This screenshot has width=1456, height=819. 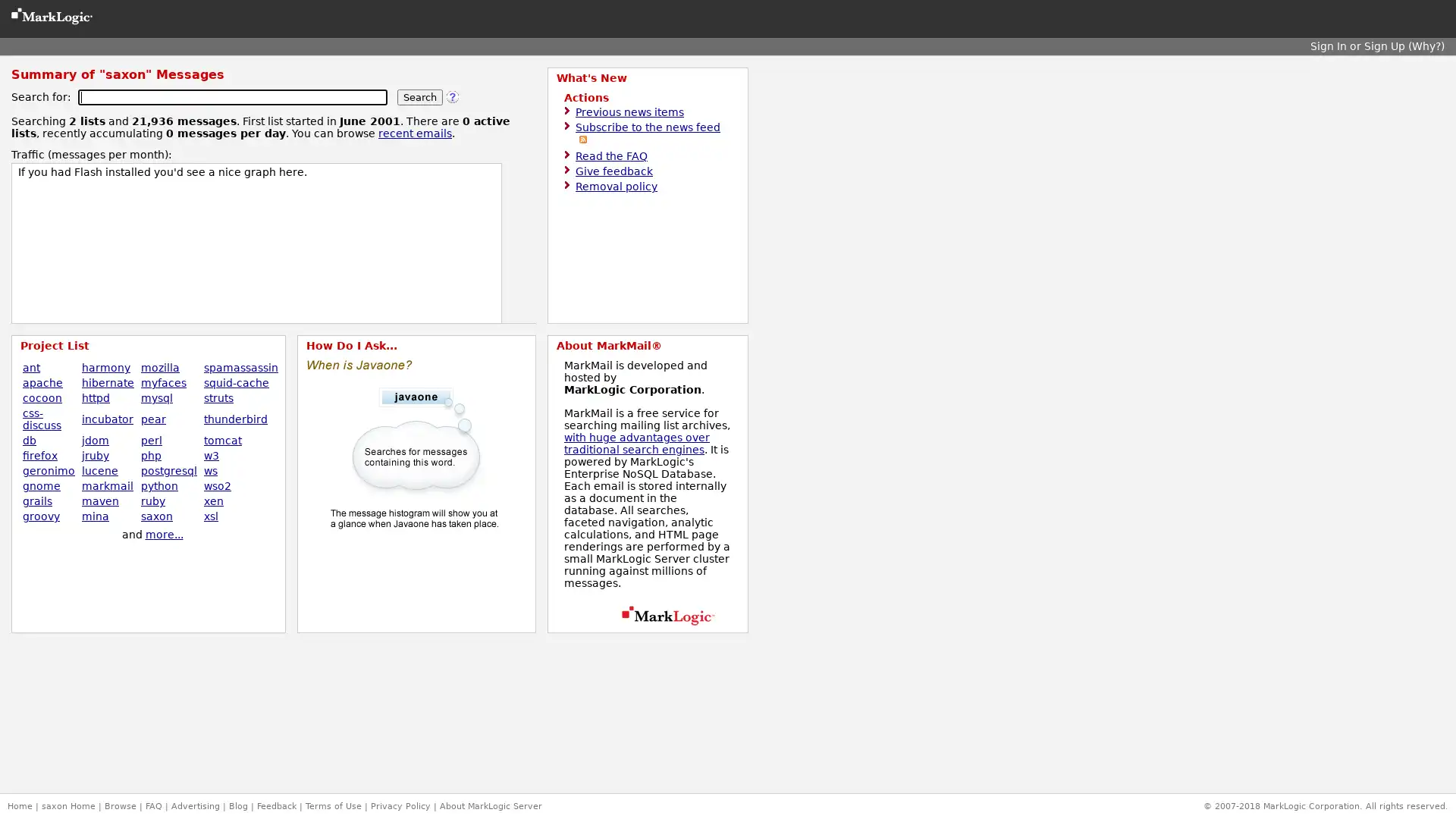 I want to click on Search, so click(x=419, y=97).